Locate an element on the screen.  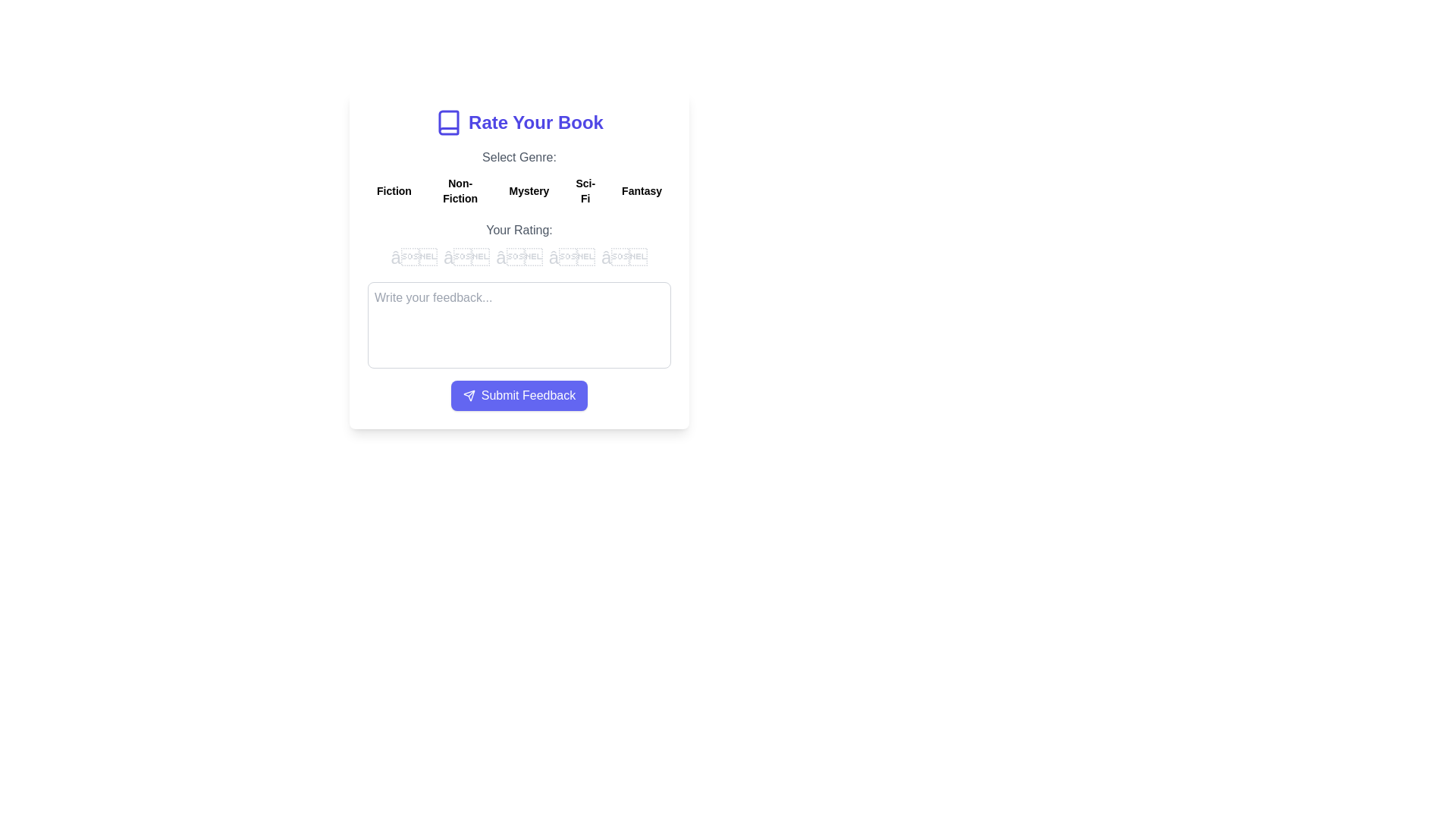
the first gray star icon used for the rating system is located at coordinates (414, 256).